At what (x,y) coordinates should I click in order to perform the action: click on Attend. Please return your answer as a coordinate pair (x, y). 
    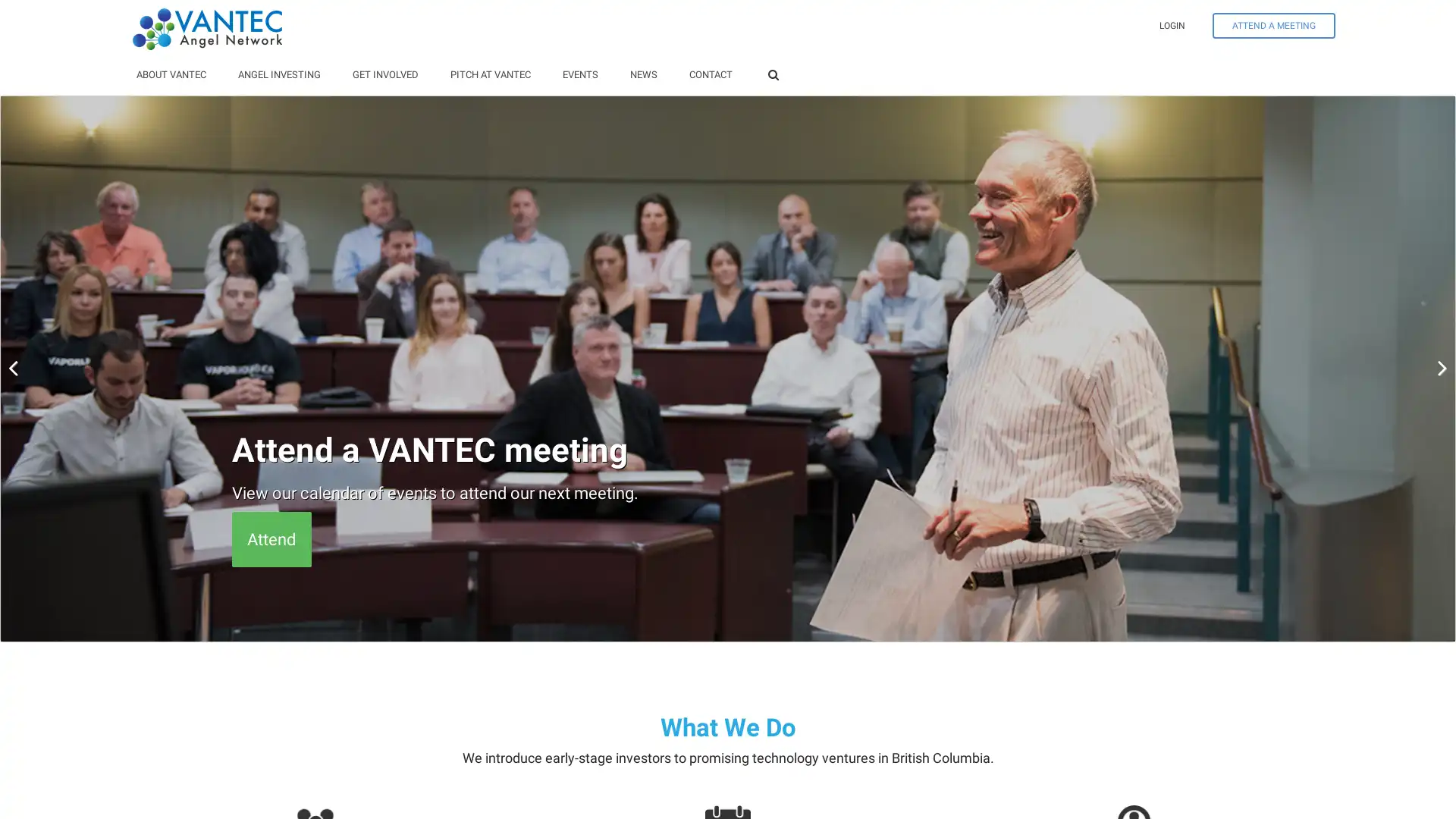
    Looking at the image, I should click on (271, 538).